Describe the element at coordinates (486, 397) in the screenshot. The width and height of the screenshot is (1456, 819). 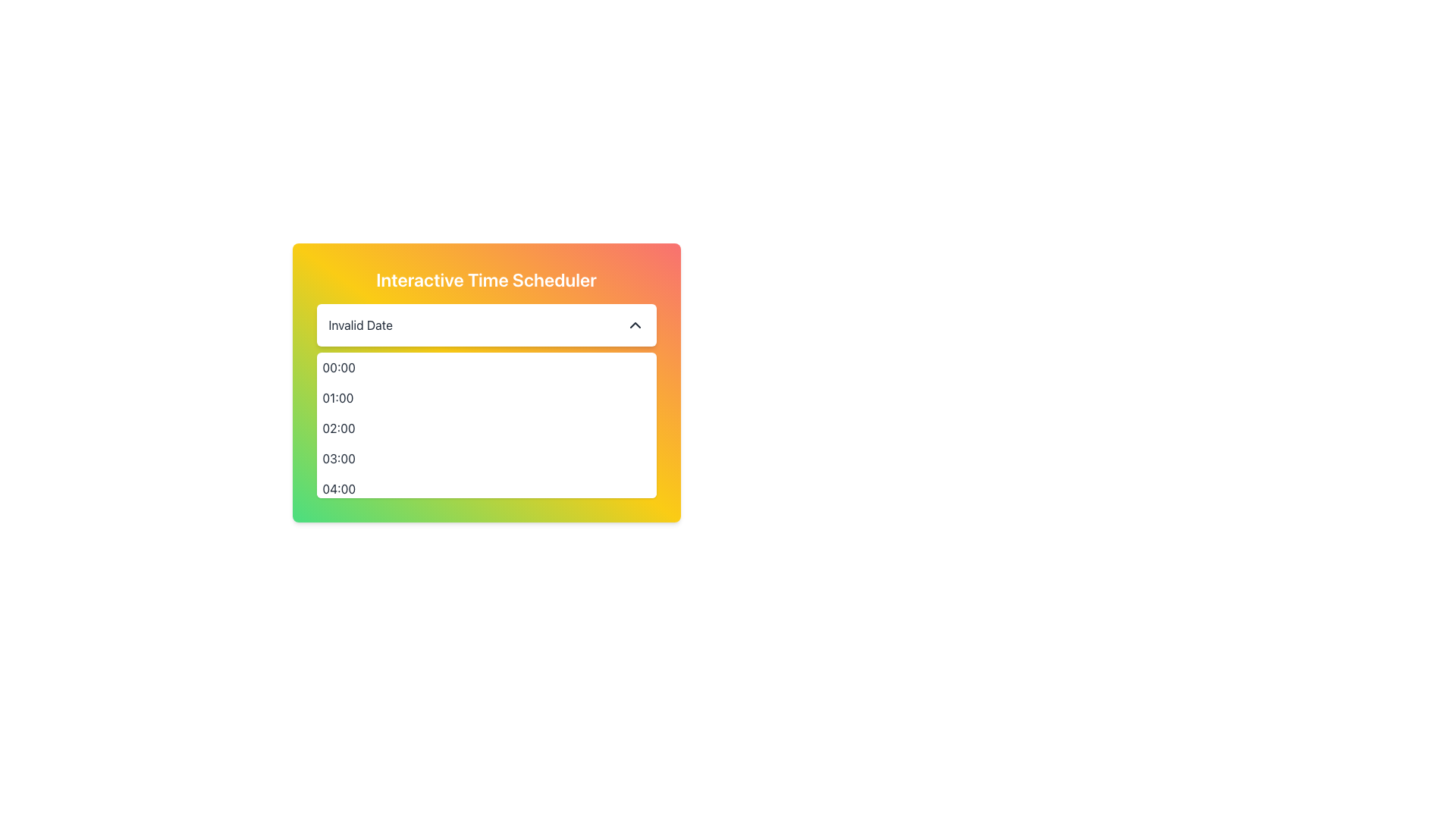
I see `the second item in the dropdown menu` at that location.